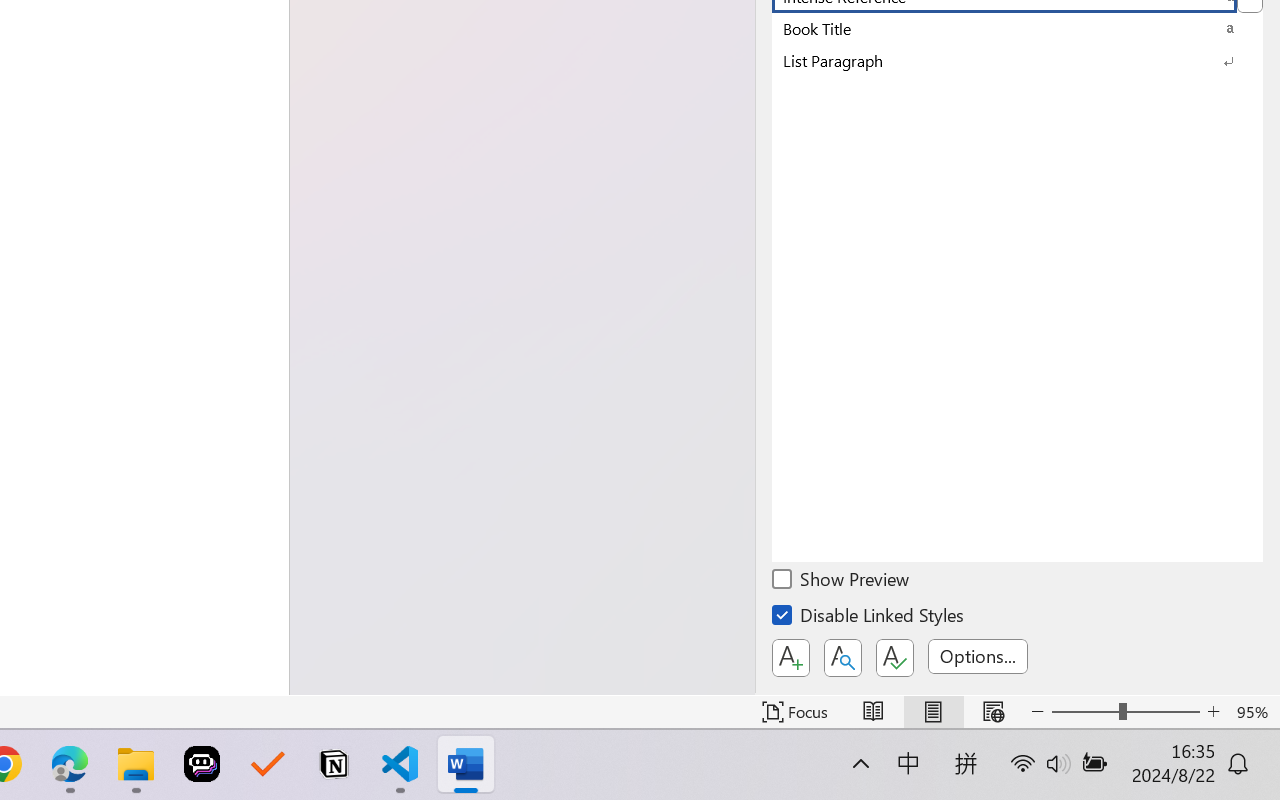 This screenshot has height=800, width=1280. Describe the element at coordinates (977, 655) in the screenshot. I see `'Options...'` at that location.